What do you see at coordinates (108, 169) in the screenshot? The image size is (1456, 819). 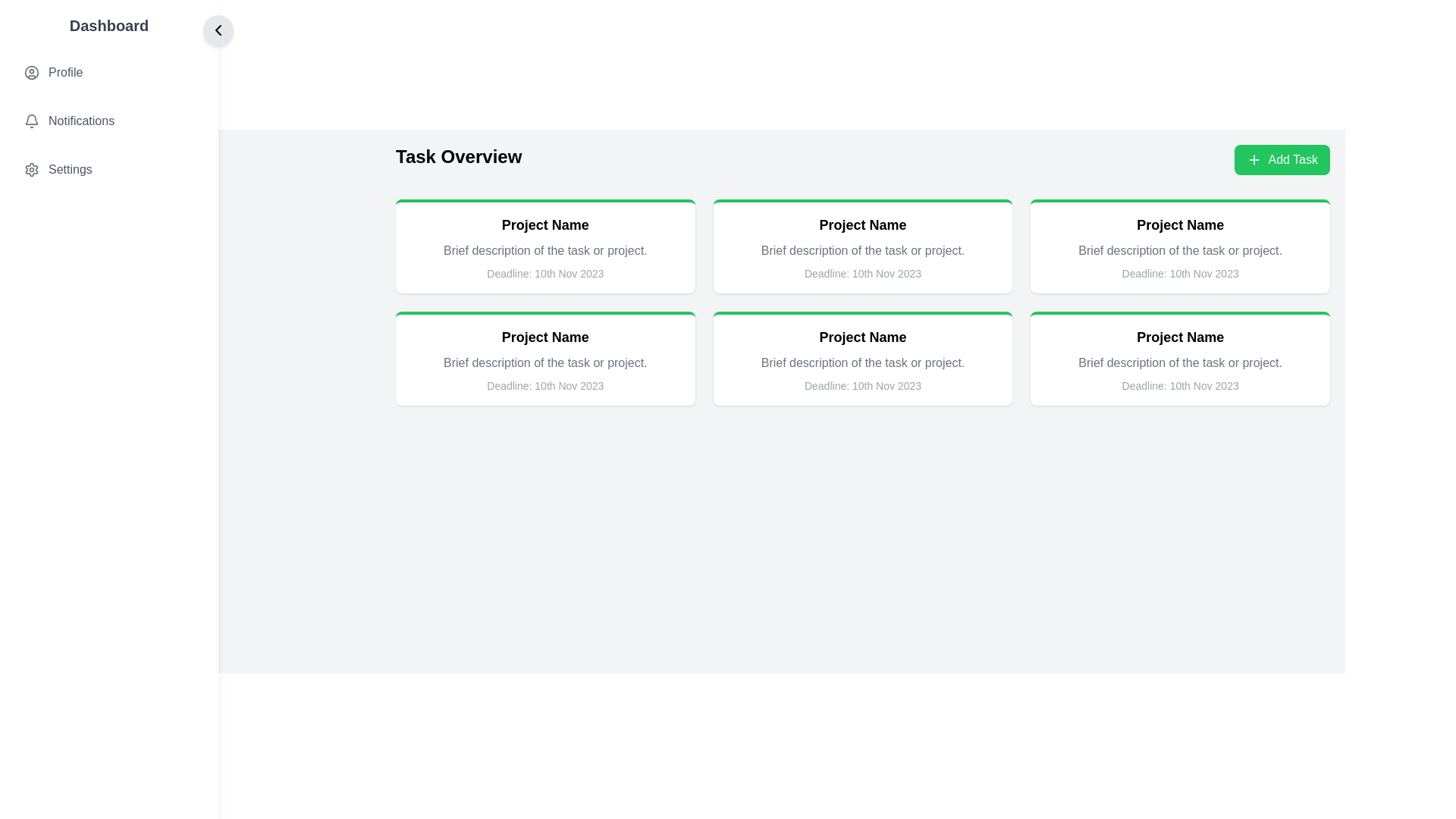 I see `the 'Settings' navigation item in the sidebar` at bounding box center [108, 169].